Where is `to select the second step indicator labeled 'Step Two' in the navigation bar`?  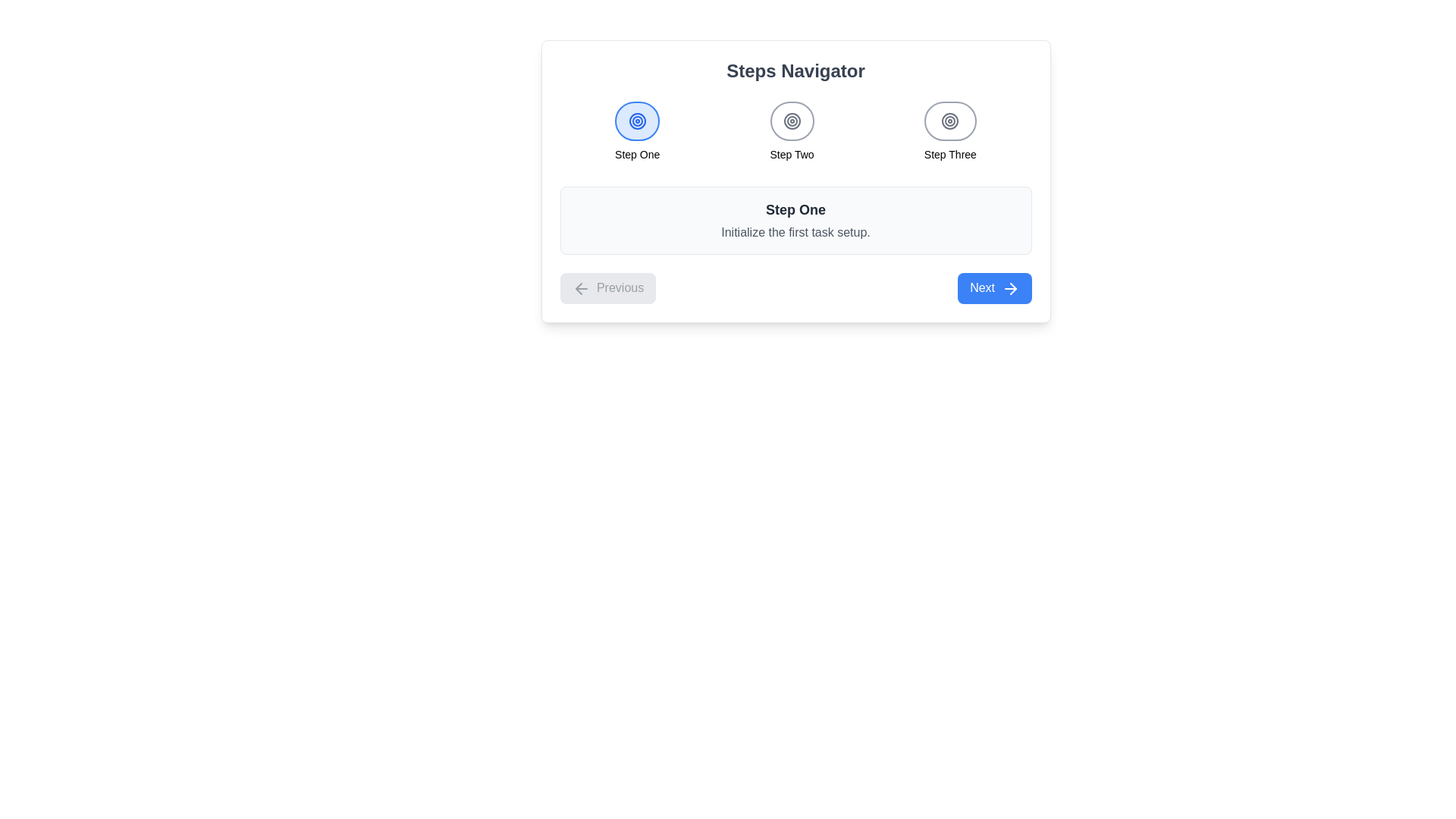
to select the second step indicator labeled 'Step Two' in the navigation bar is located at coordinates (791, 120).